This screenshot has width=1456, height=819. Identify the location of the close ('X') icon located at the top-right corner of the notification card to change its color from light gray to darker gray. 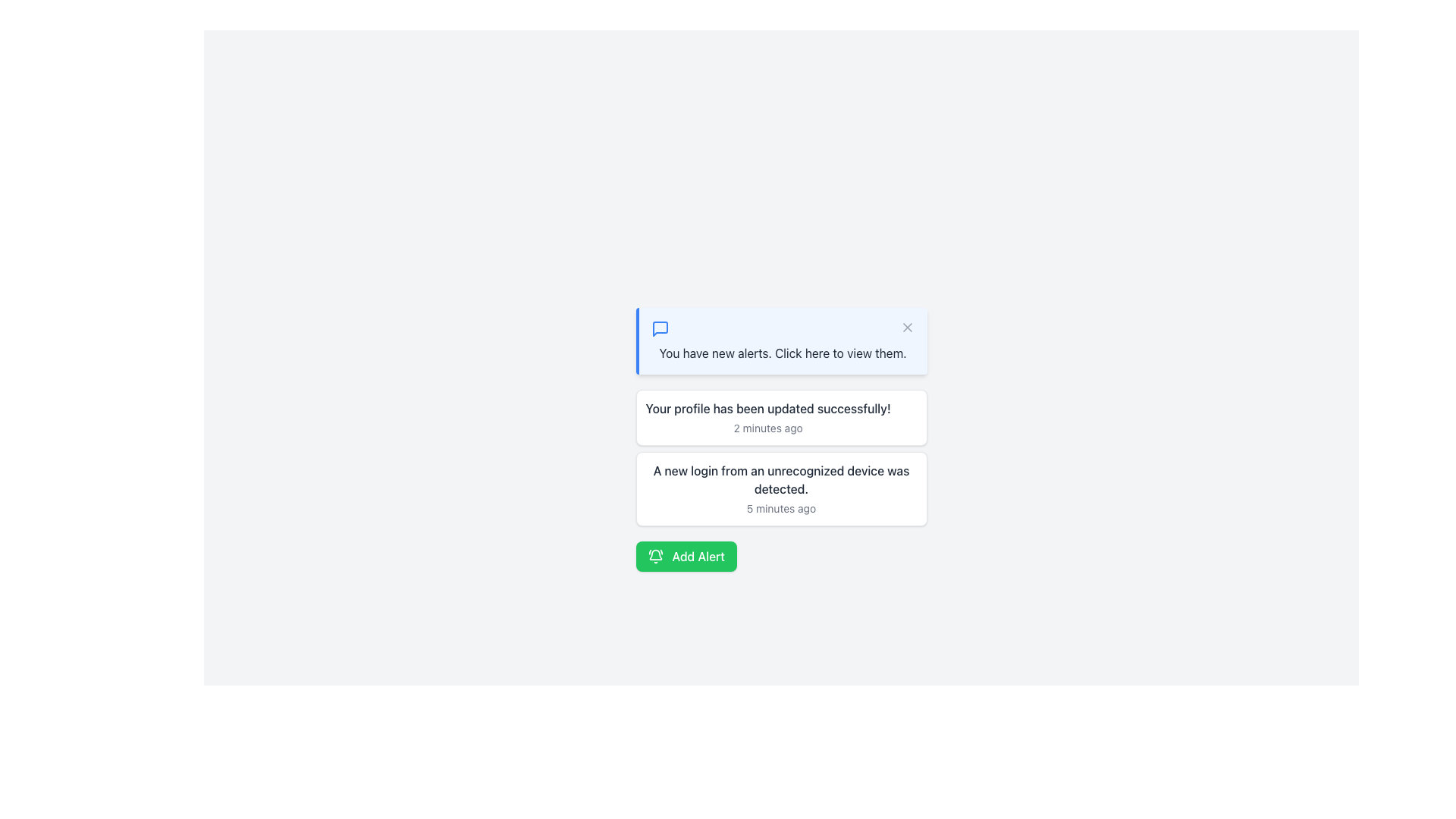
(907, 327).